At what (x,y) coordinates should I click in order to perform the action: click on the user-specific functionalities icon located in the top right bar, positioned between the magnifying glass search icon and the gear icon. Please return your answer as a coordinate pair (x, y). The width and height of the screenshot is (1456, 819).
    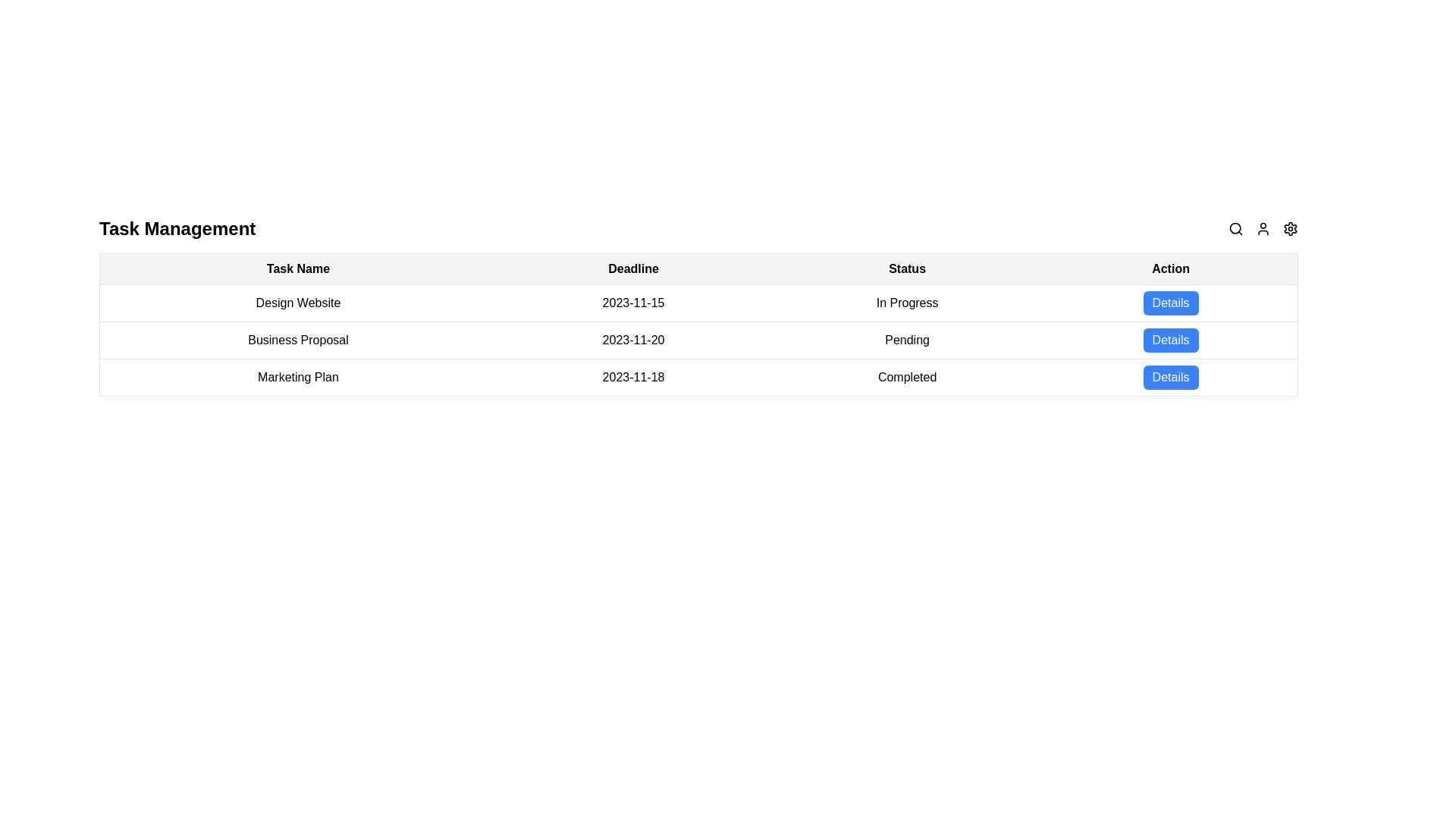
    Looking at the image, I should click on (1263, 228).